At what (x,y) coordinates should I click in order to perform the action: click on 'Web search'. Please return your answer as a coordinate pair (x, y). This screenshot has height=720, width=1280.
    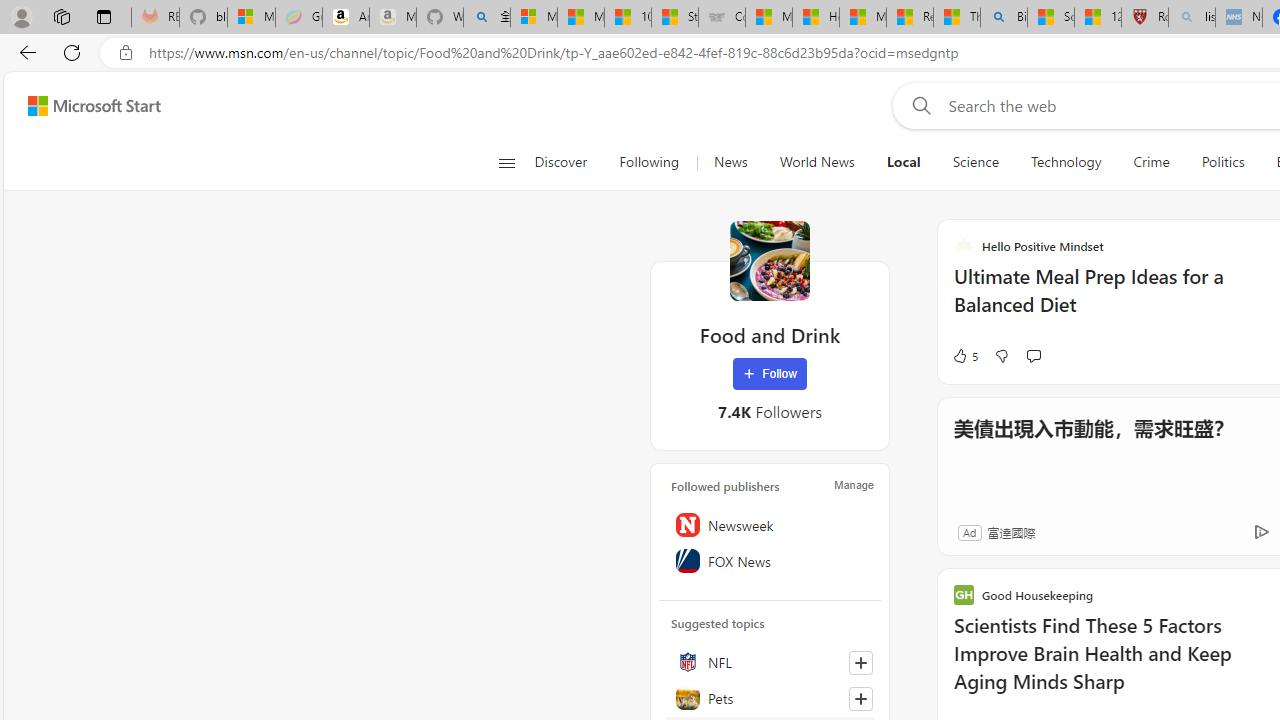
    Looking at the image, I should click on (916, 105).